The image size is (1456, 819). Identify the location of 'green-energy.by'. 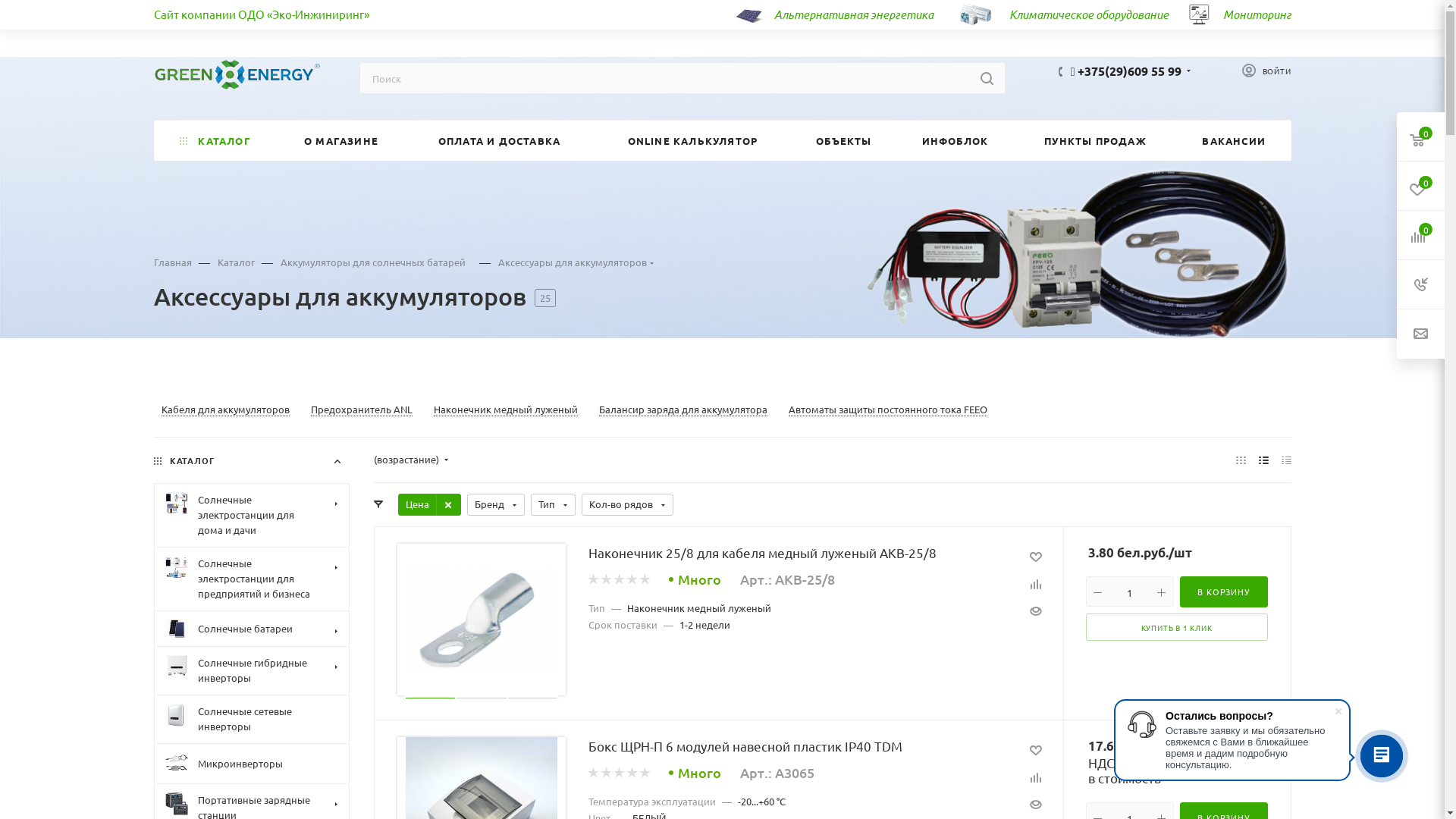
(236, 75).